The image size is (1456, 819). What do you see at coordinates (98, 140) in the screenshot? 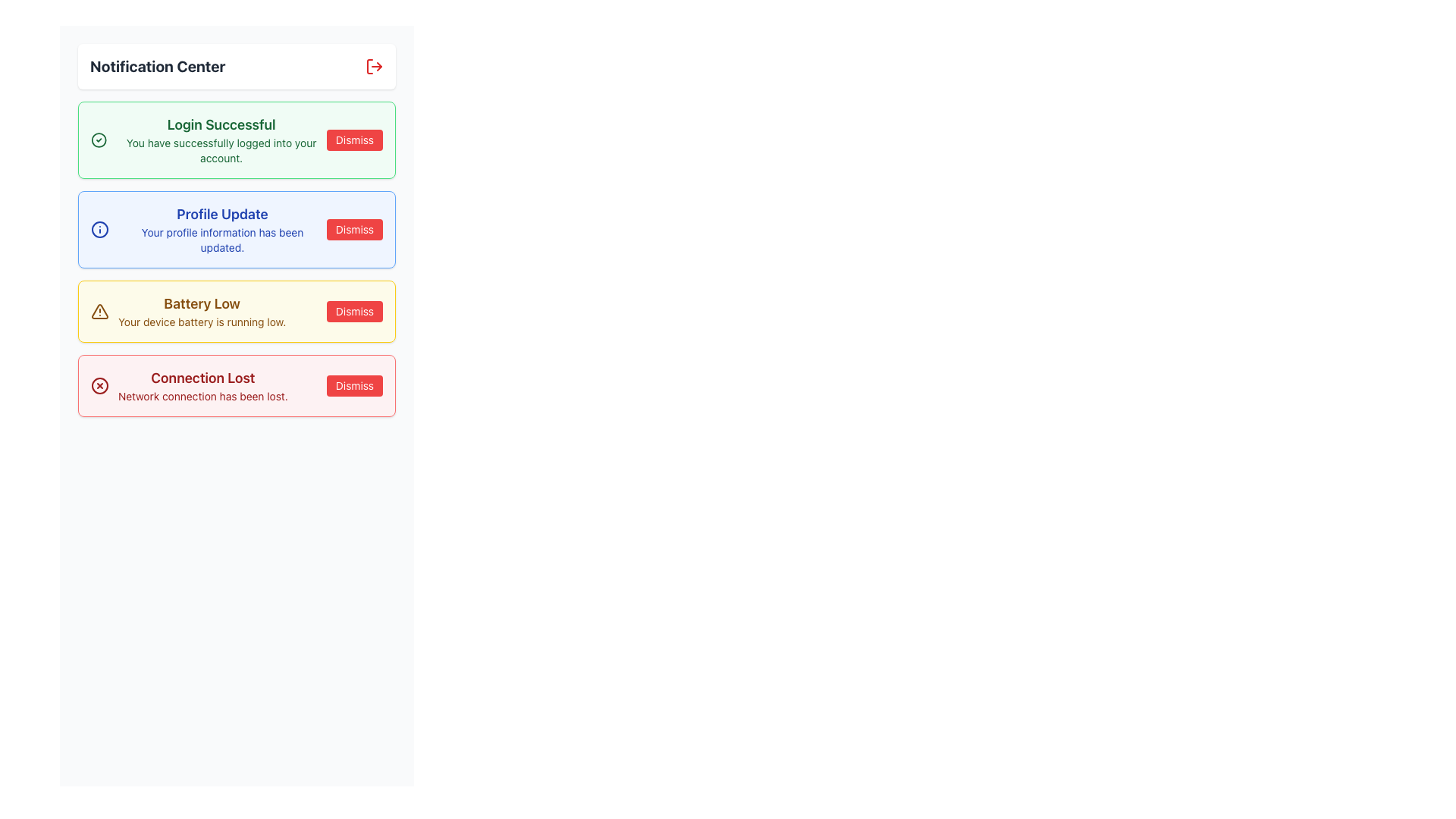
I see `the Circle element within the 'Login Successful' notification card, which signifies a successful action or confirmation` at bounding box center [98, 140].